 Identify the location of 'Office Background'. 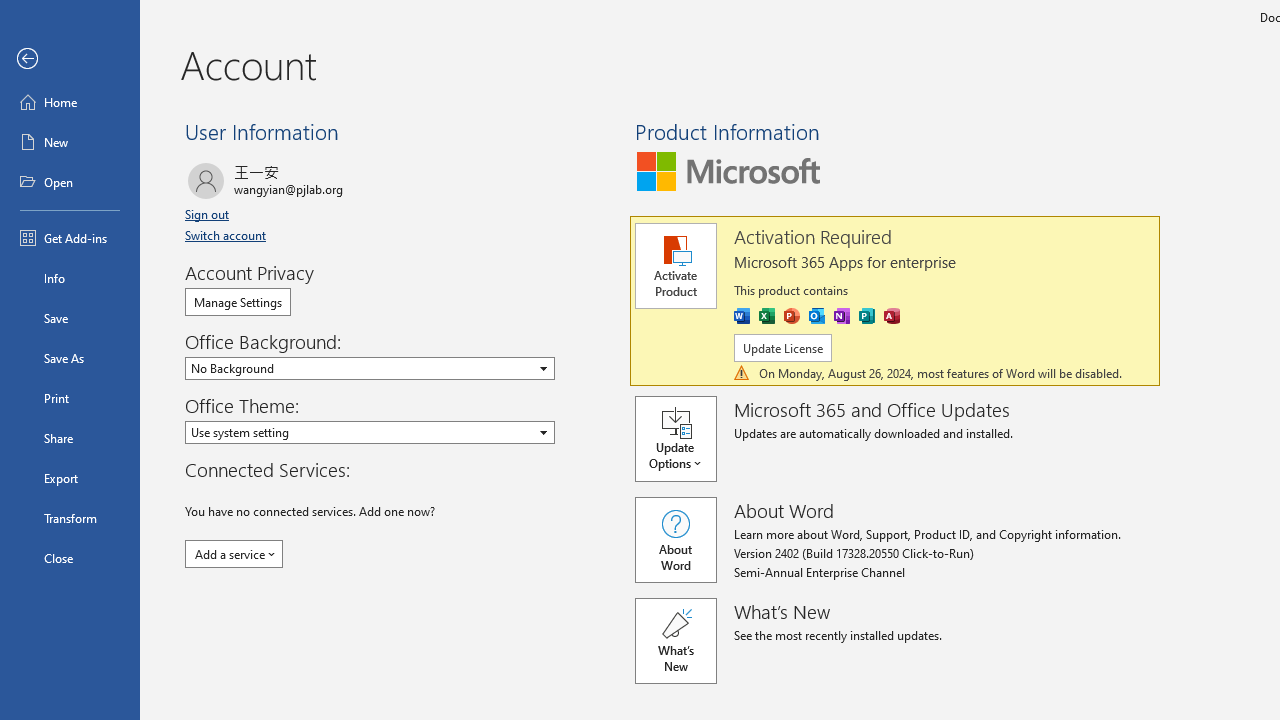
(370, 368).